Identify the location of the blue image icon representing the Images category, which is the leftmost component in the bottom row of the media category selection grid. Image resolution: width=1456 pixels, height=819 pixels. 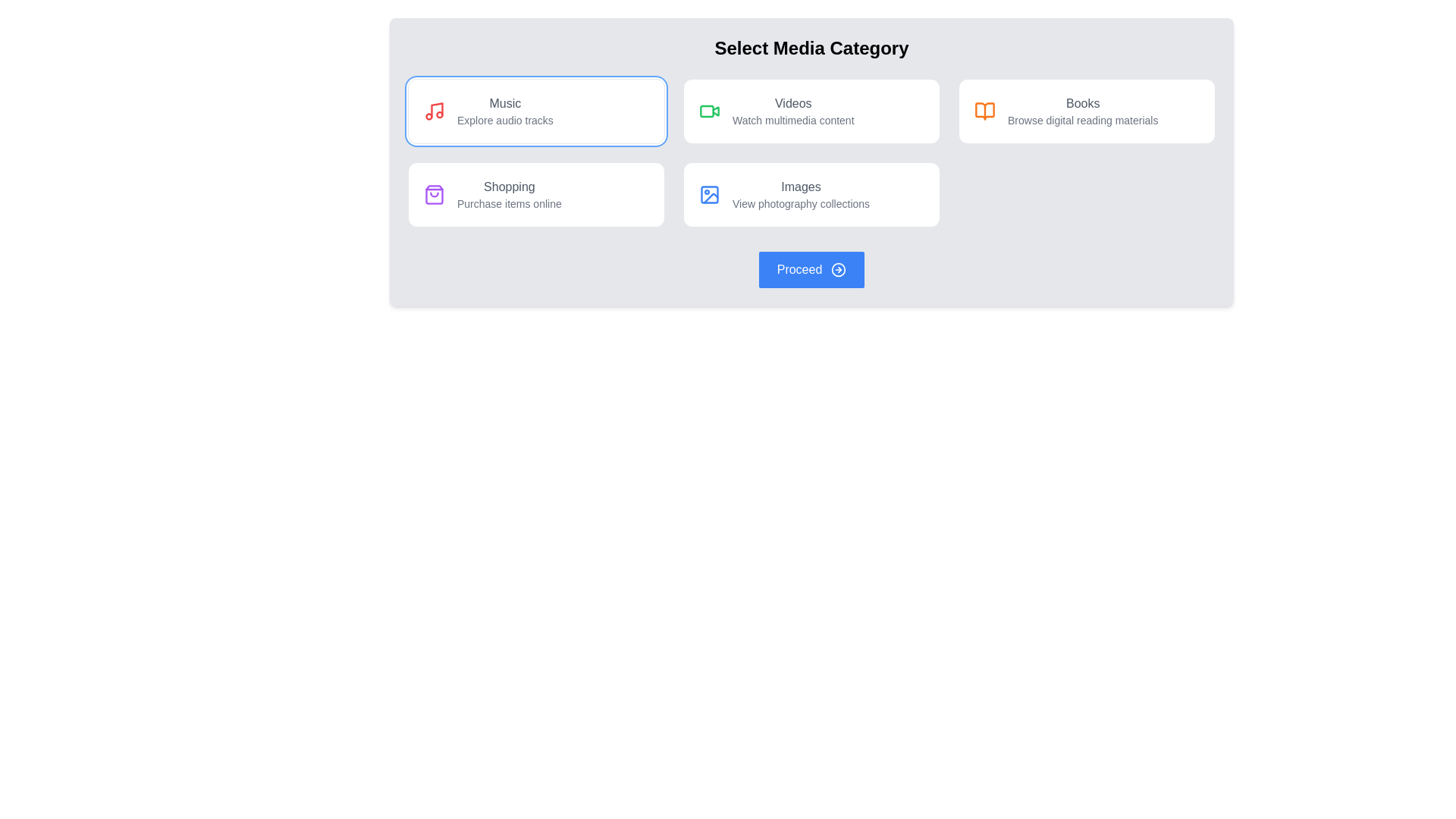
(709, 194).